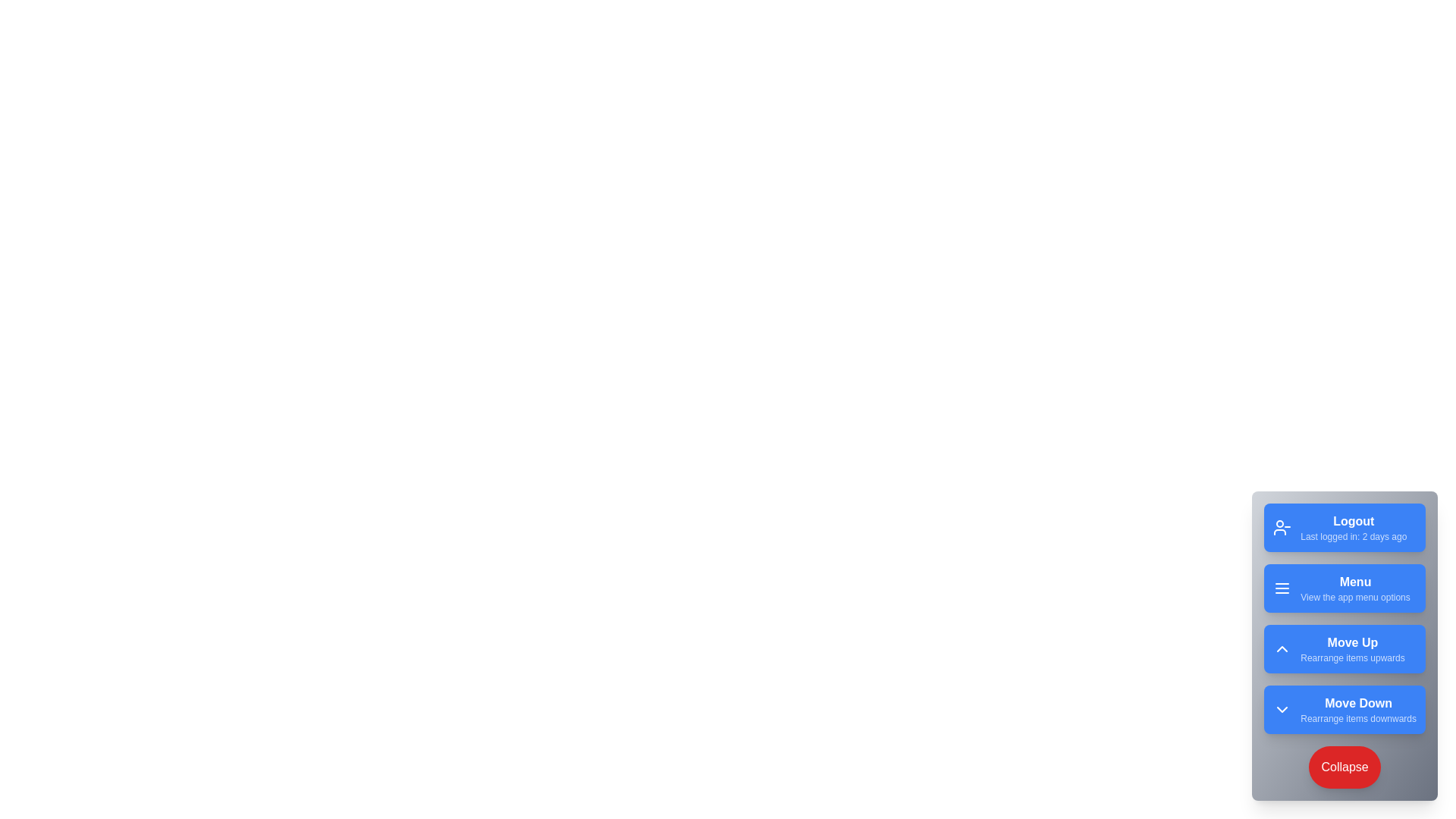  What do you see at coordinates (1358, 704) in the screenshot?
I see `the Text label that indicates the functionality of moving an item downward, positioned at the bottom-right of the interface` at bounding box center [1358, 704].